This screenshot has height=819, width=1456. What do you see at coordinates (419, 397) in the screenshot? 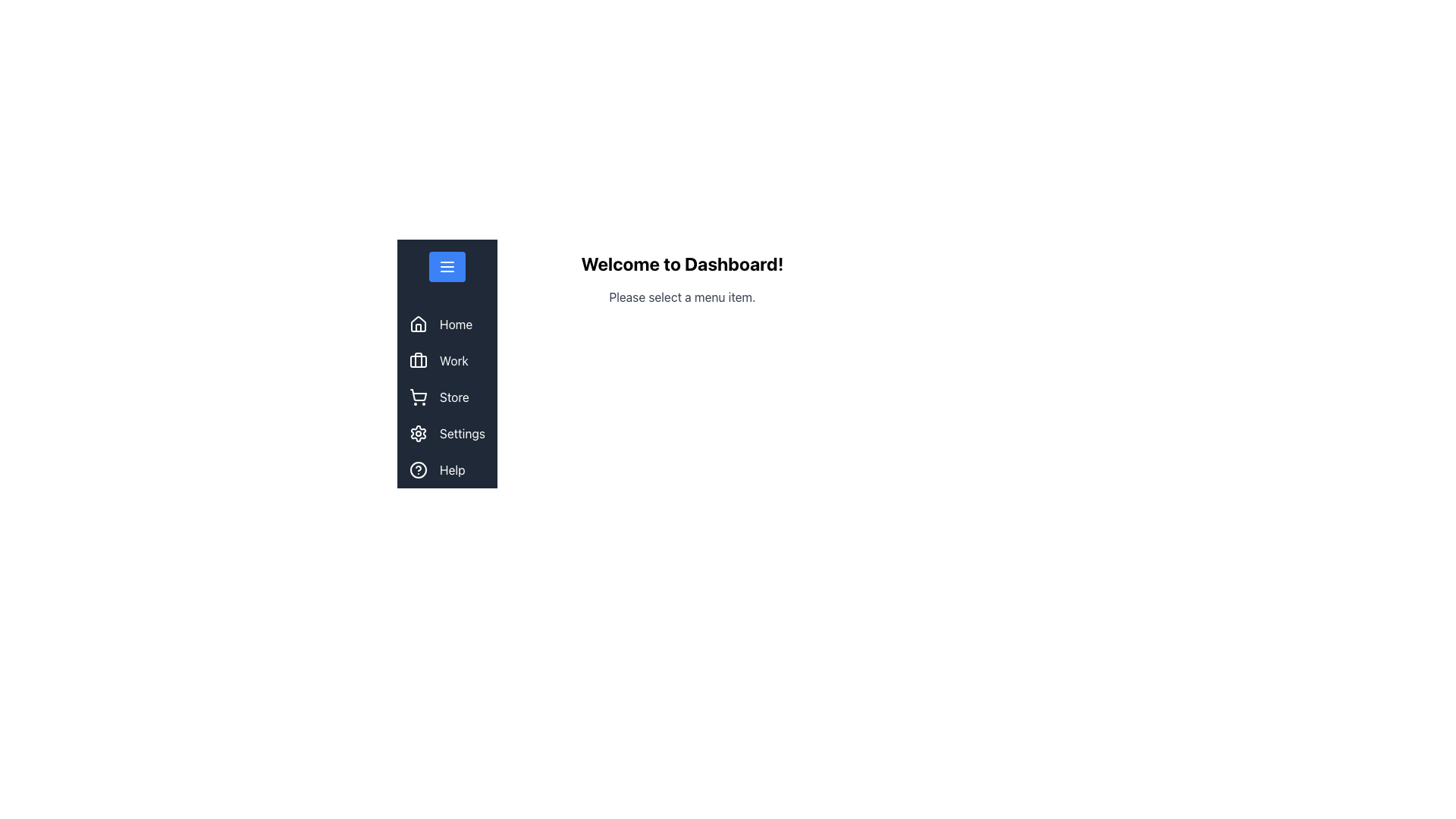
I see `the store icon located in the third interactive menu item of the navigation bar on the left, next to the text 'Store'` at bounding box center [419, 397].